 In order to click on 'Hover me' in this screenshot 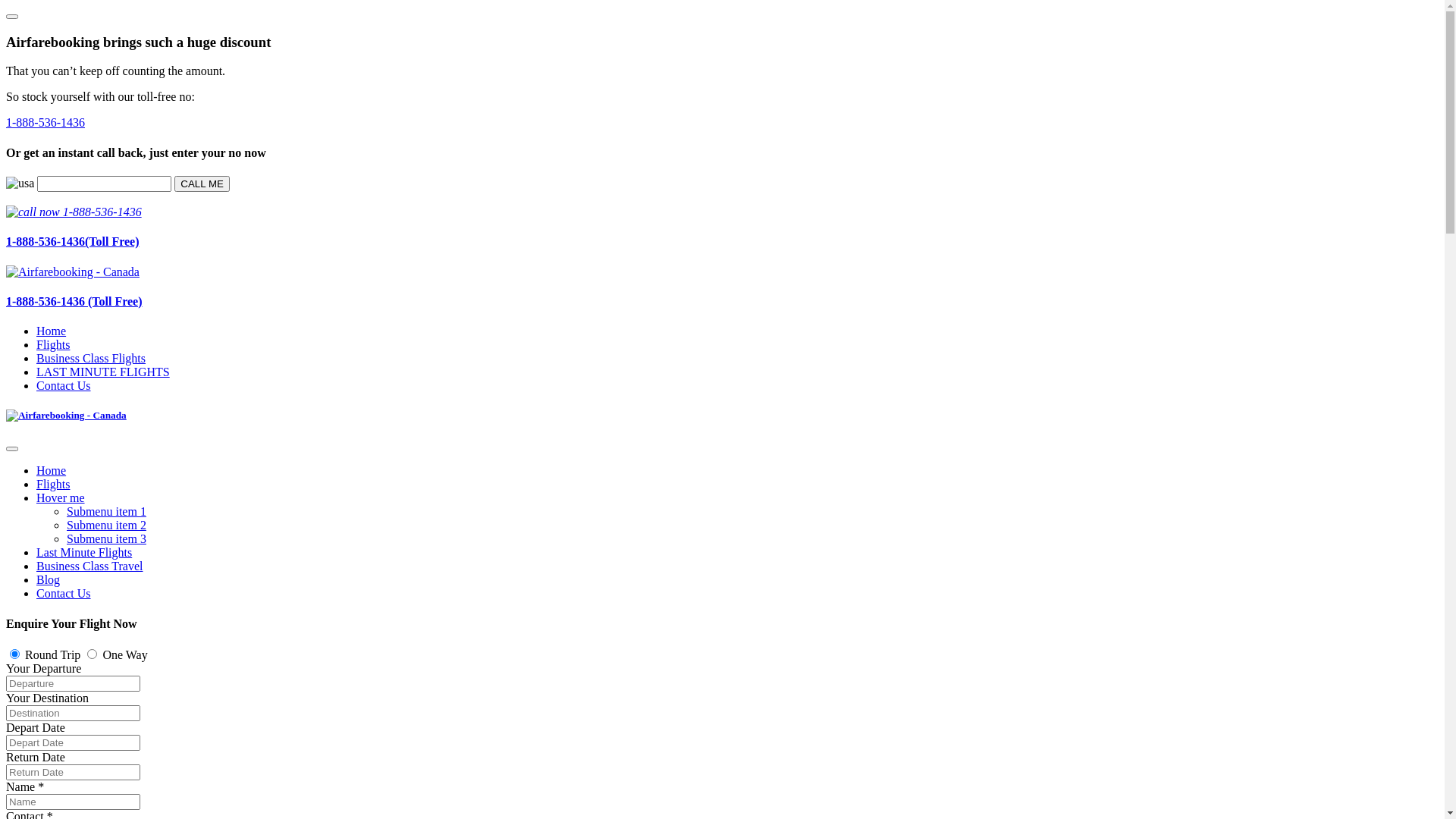, I will do `click(61, 497)`.